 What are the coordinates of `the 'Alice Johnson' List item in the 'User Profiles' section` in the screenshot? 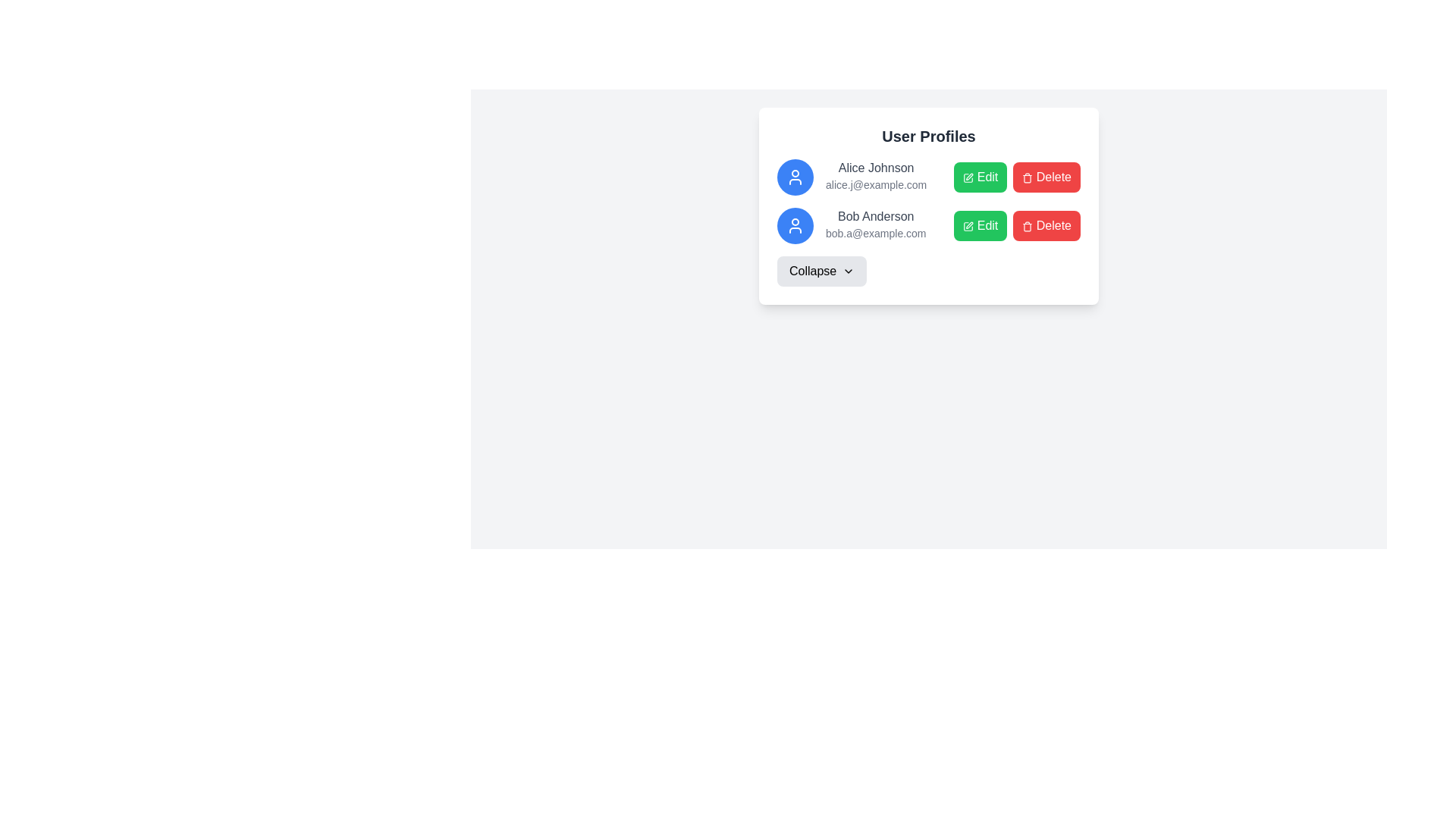 It's located at (927, 177).